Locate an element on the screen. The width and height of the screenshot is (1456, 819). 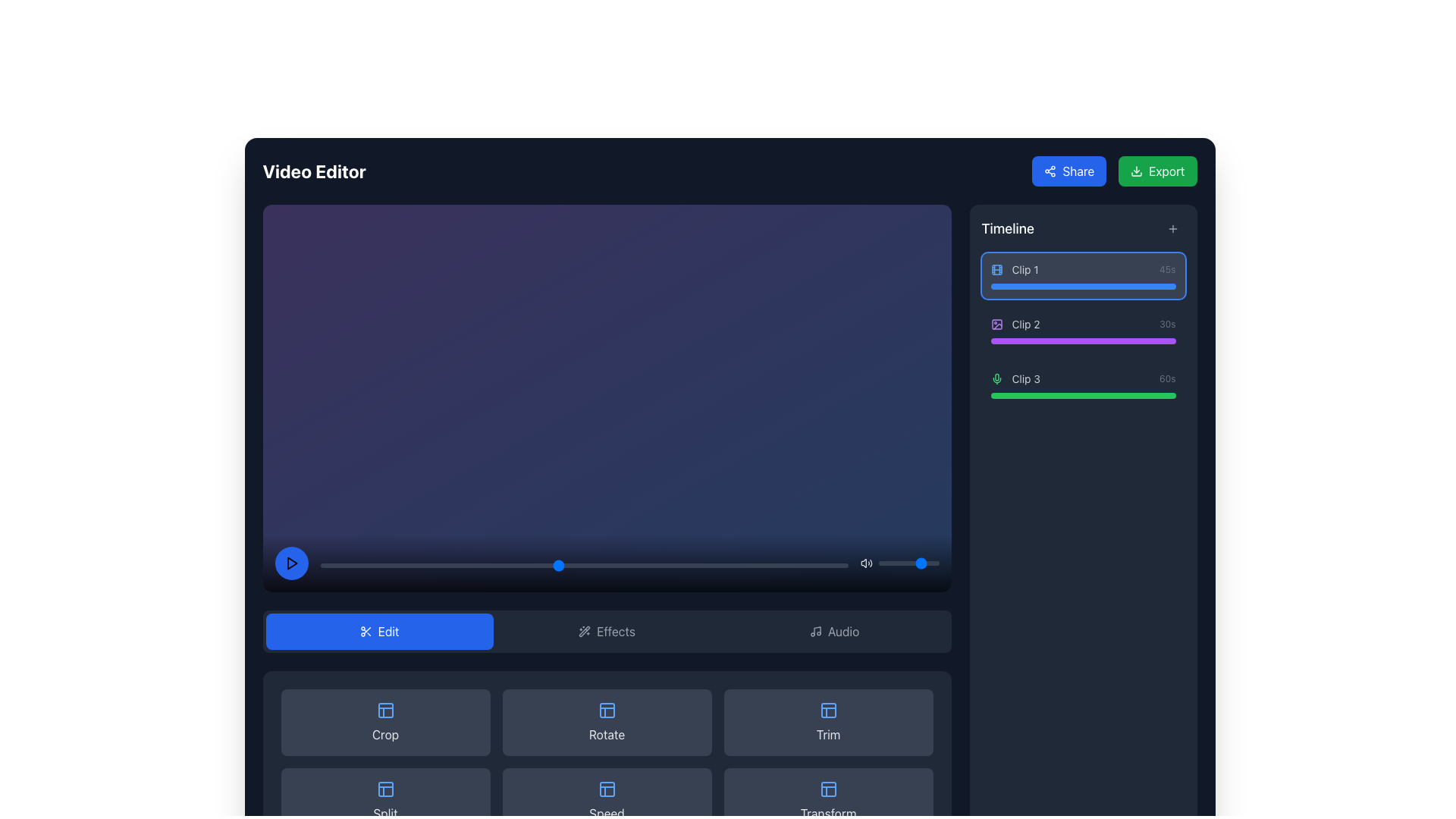
the small green download icon located to the left of the 'Export' text in the green button at the top-right corner of the interface is located at coordinates (1137, 171).